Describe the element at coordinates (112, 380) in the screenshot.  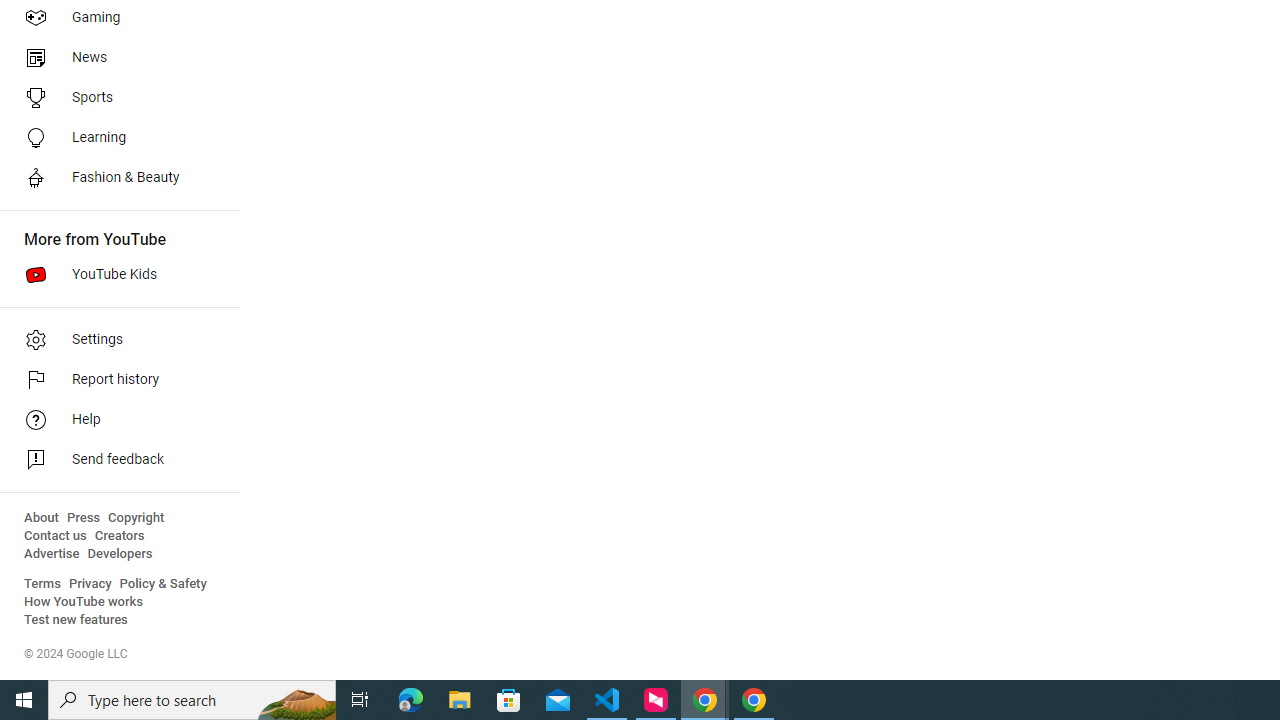
I see `'Report history'` at that location.